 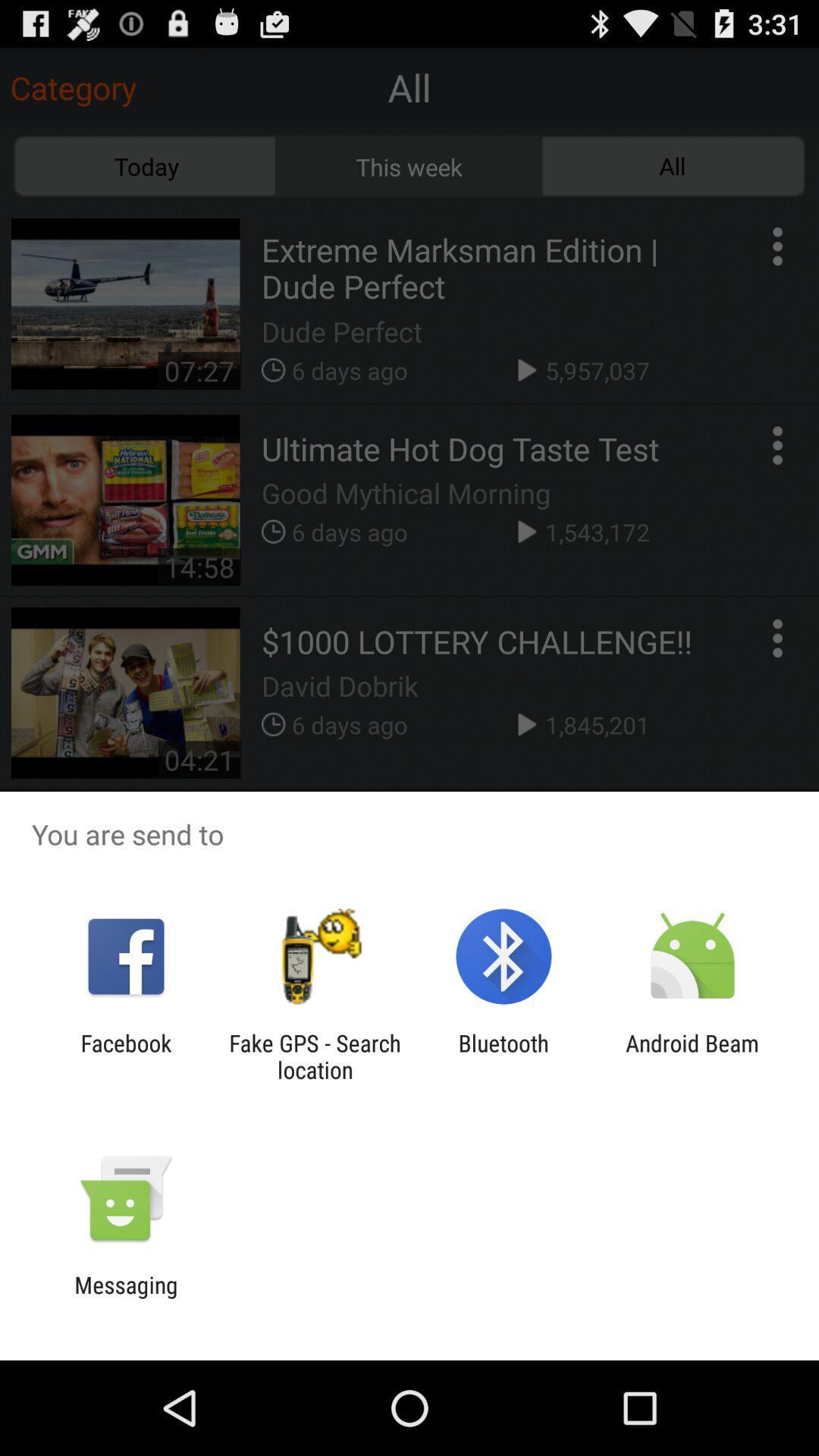 I want to click on app to the left of the android beam app, so click(x=504, y=1056).